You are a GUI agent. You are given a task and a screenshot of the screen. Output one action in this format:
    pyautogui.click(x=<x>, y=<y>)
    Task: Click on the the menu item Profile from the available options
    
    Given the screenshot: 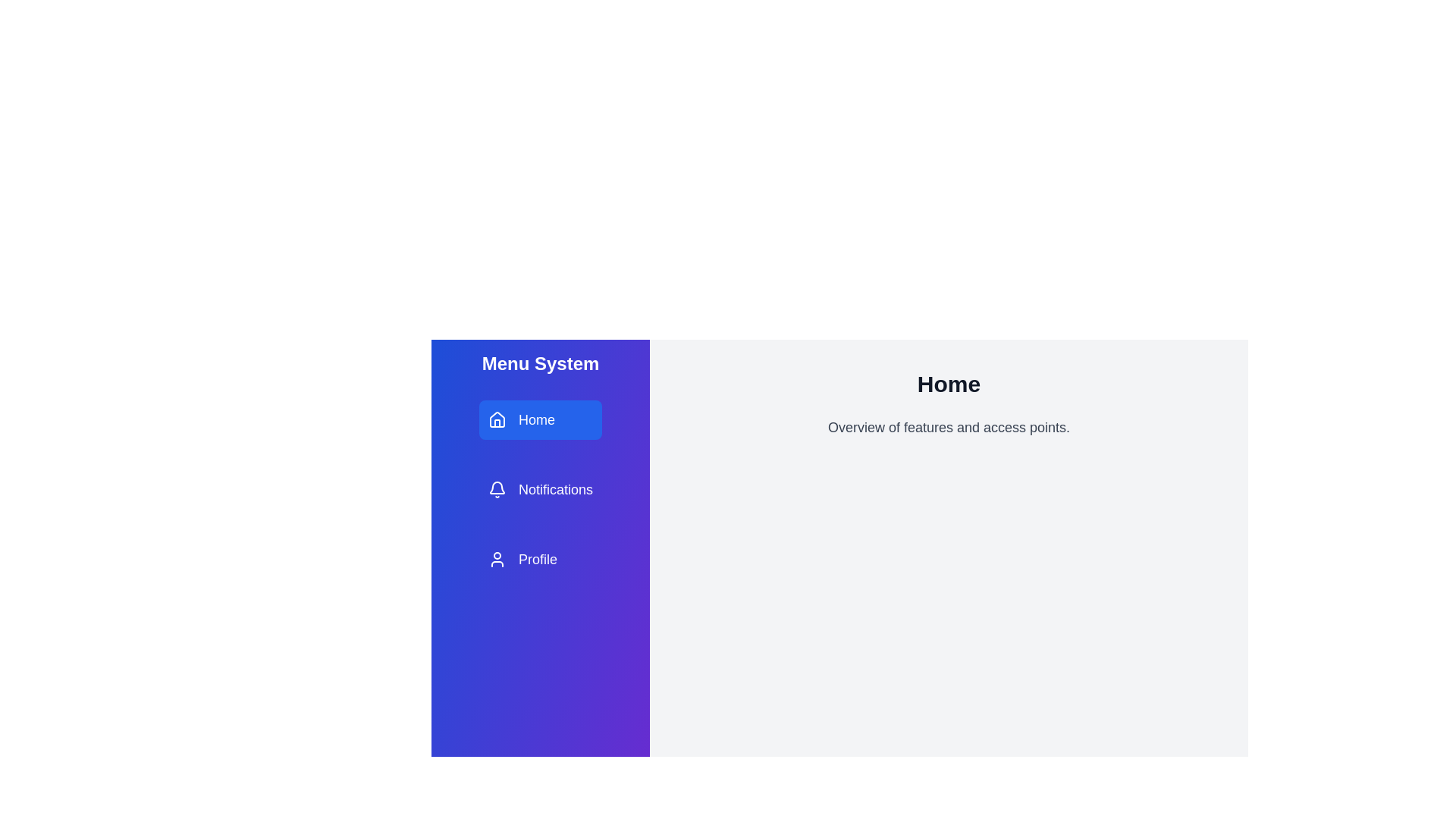 What is the action you would take?
    pyautogui.click(x=540, y=559)
    